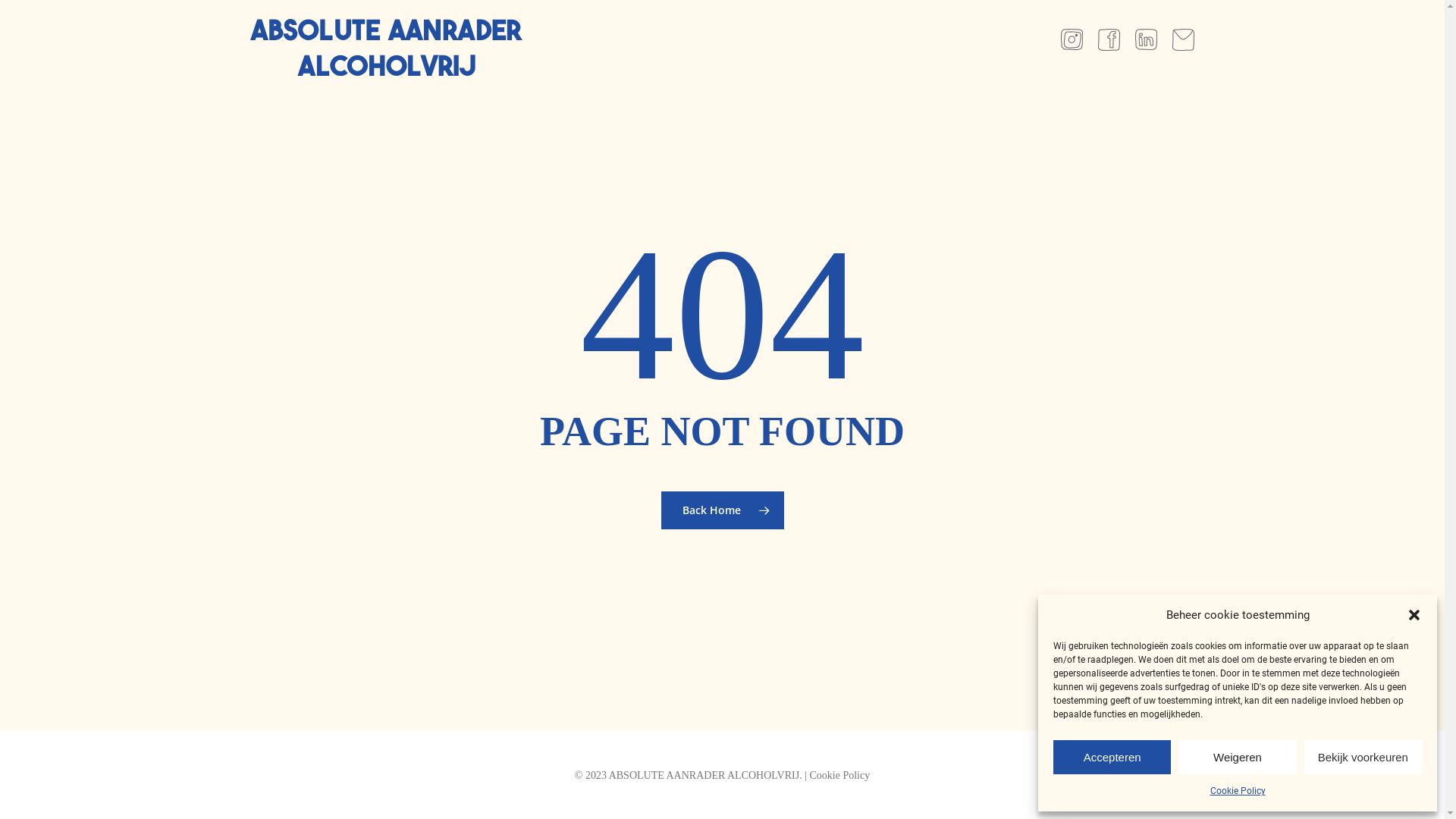 Image resolution: width=1456 pixels, height=819 pixels. Describe the element at coordinates (1303, 757) in the screenshot. I see `'Bekijk voorkeuren'` at that location.